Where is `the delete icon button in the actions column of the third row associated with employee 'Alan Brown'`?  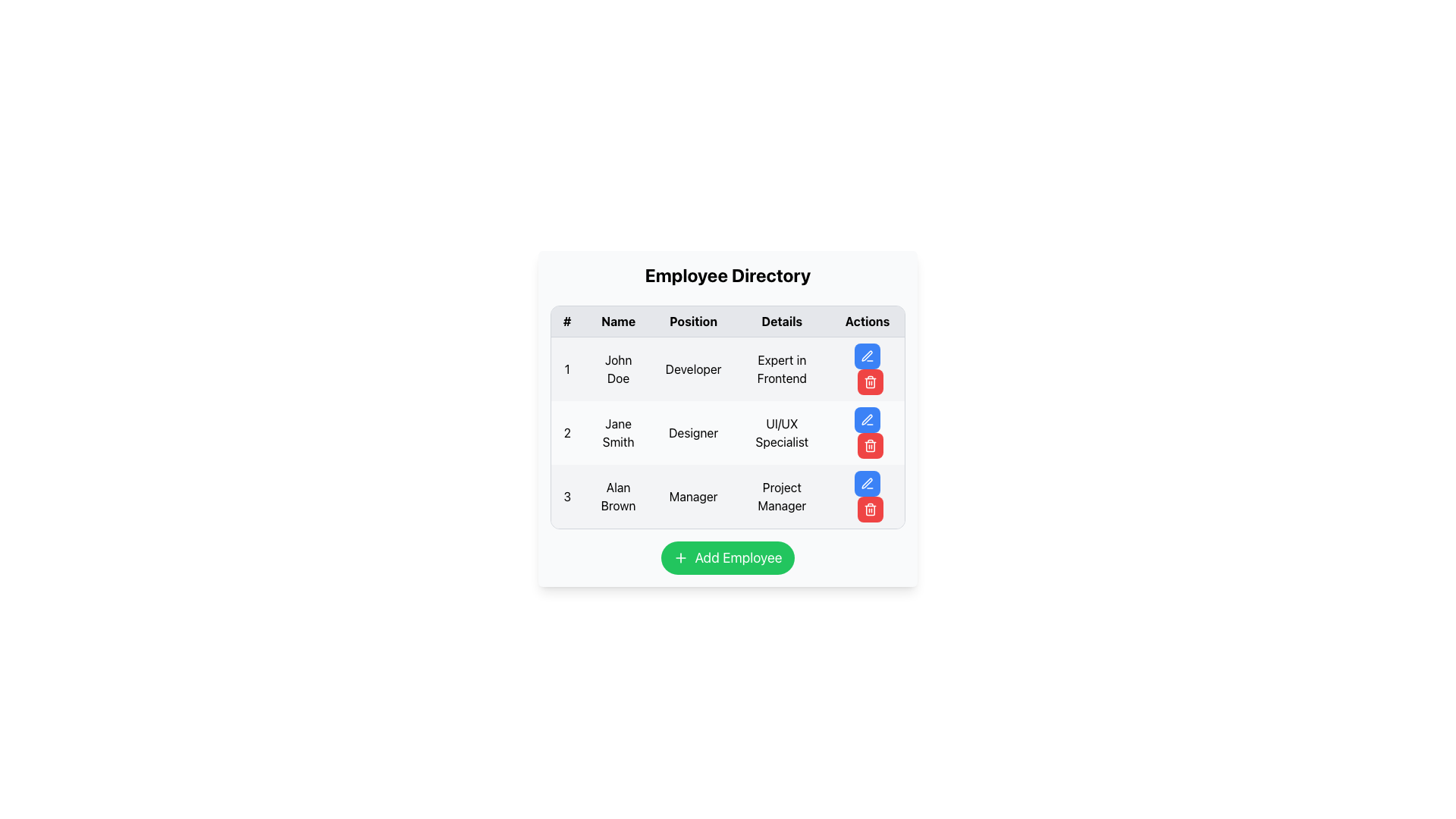 the delete icon button in the actions column of the third row associated with employee 'Alan Brown' is located at coordinates (871, 381).